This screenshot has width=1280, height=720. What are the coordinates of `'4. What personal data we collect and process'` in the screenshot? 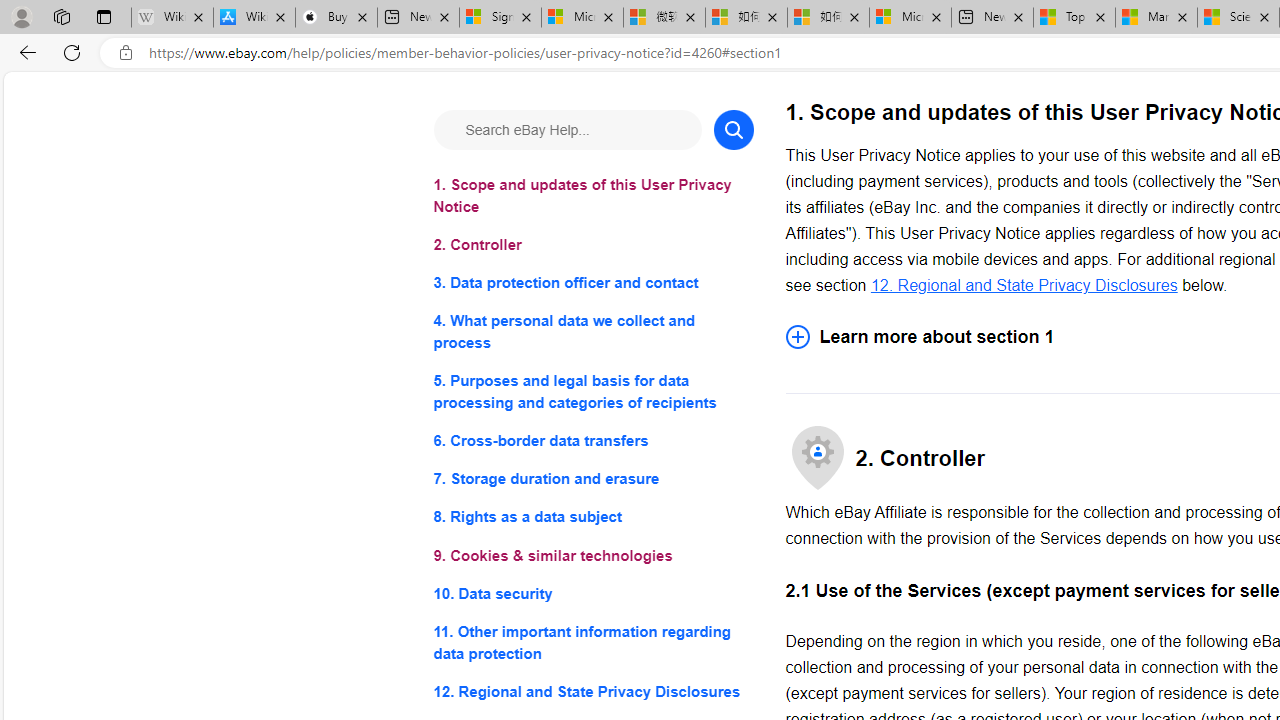 It's located at (592, 331).